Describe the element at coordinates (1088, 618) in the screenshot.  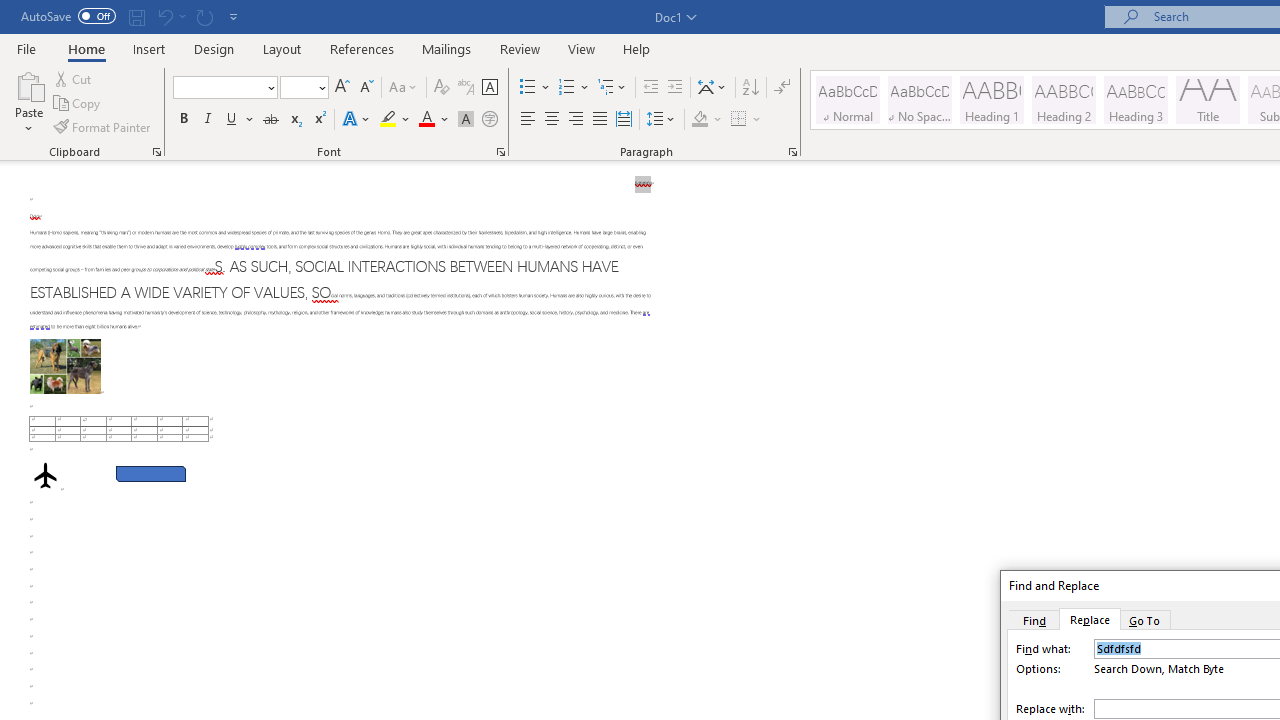
I see `'Replace'` at that location.